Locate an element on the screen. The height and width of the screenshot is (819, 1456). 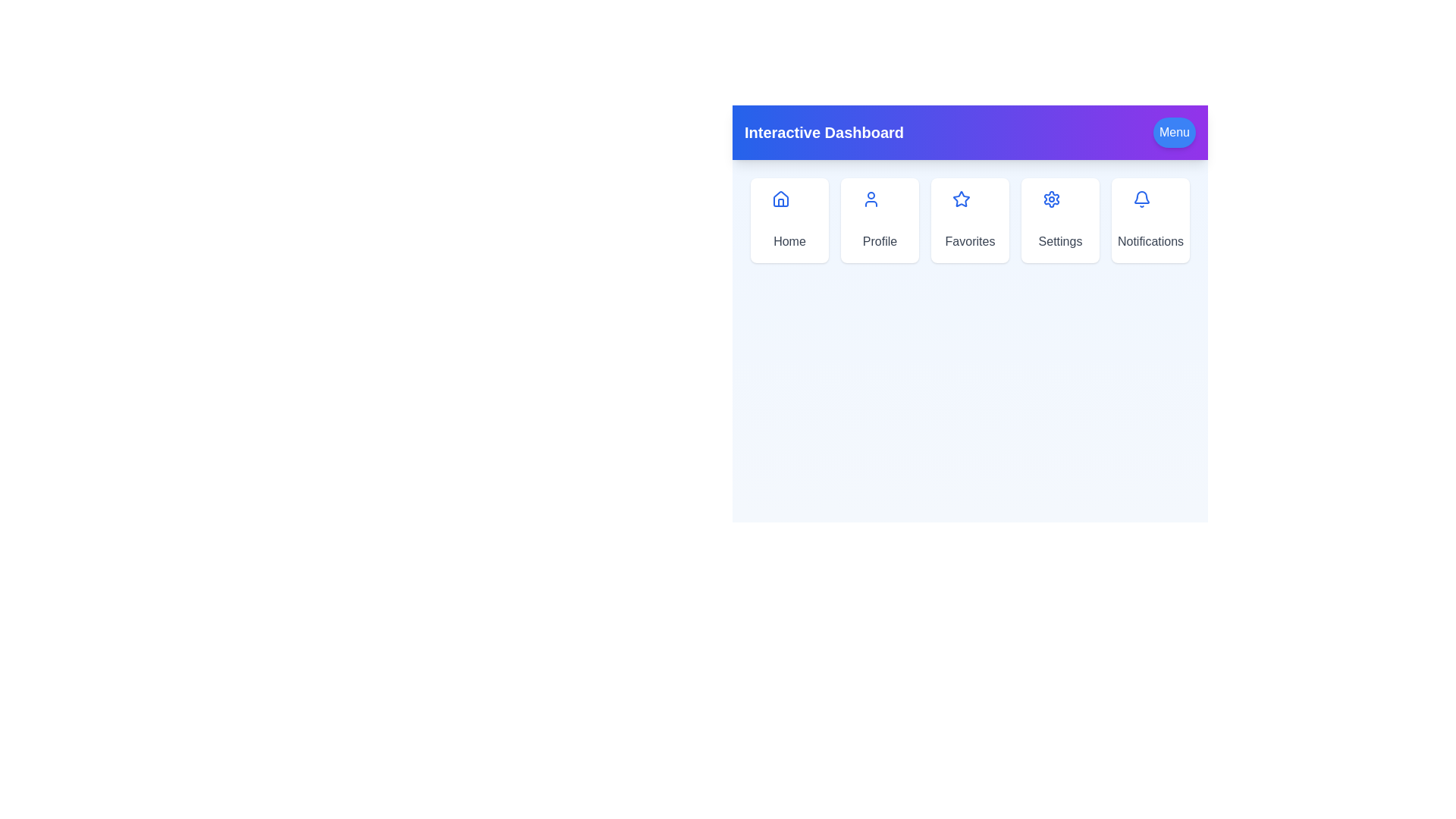
the Settings menu option is located at coordinates (1059, 220).